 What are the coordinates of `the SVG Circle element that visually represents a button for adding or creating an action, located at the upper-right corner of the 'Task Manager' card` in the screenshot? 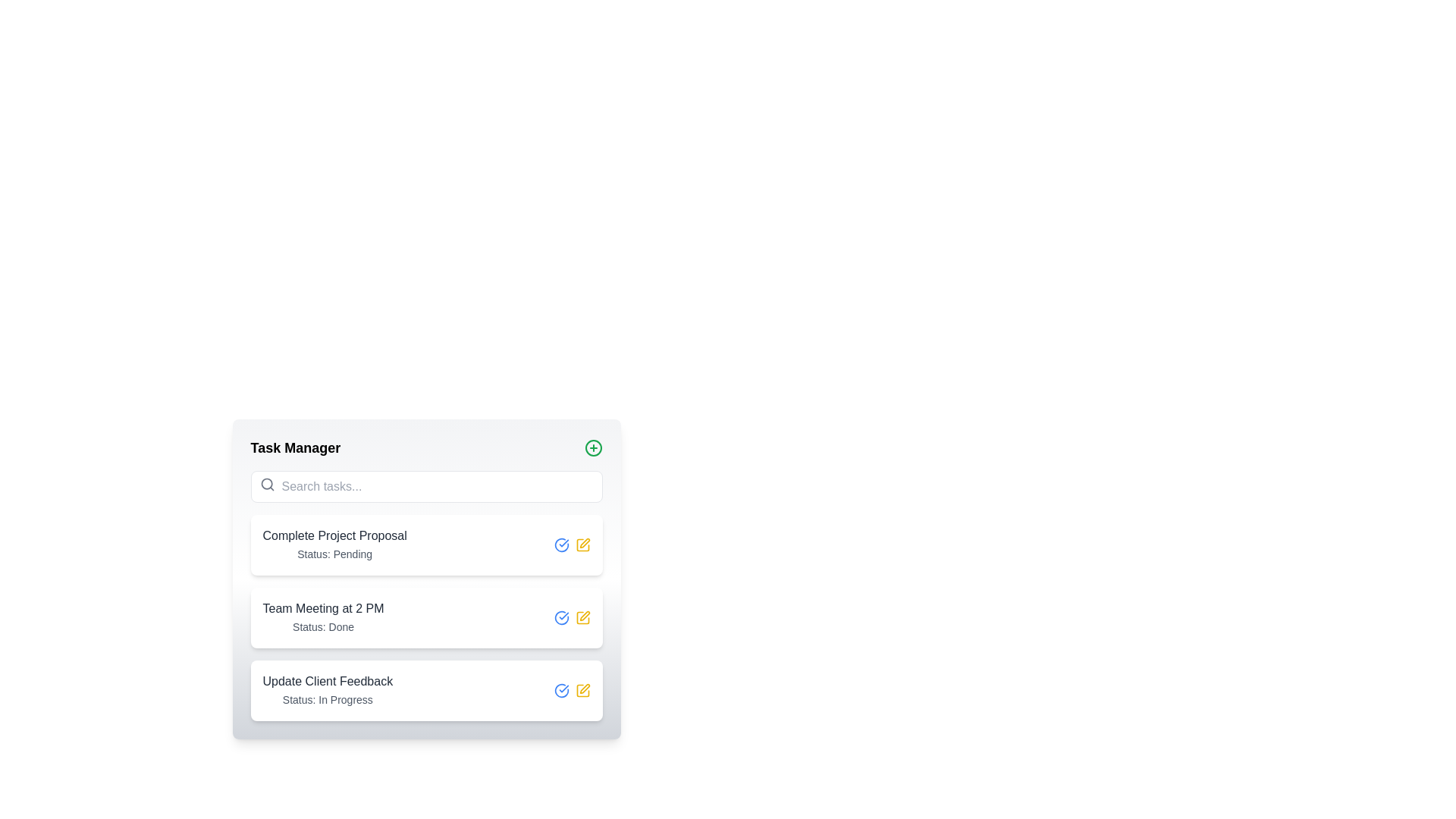 It's located at (592, 447).